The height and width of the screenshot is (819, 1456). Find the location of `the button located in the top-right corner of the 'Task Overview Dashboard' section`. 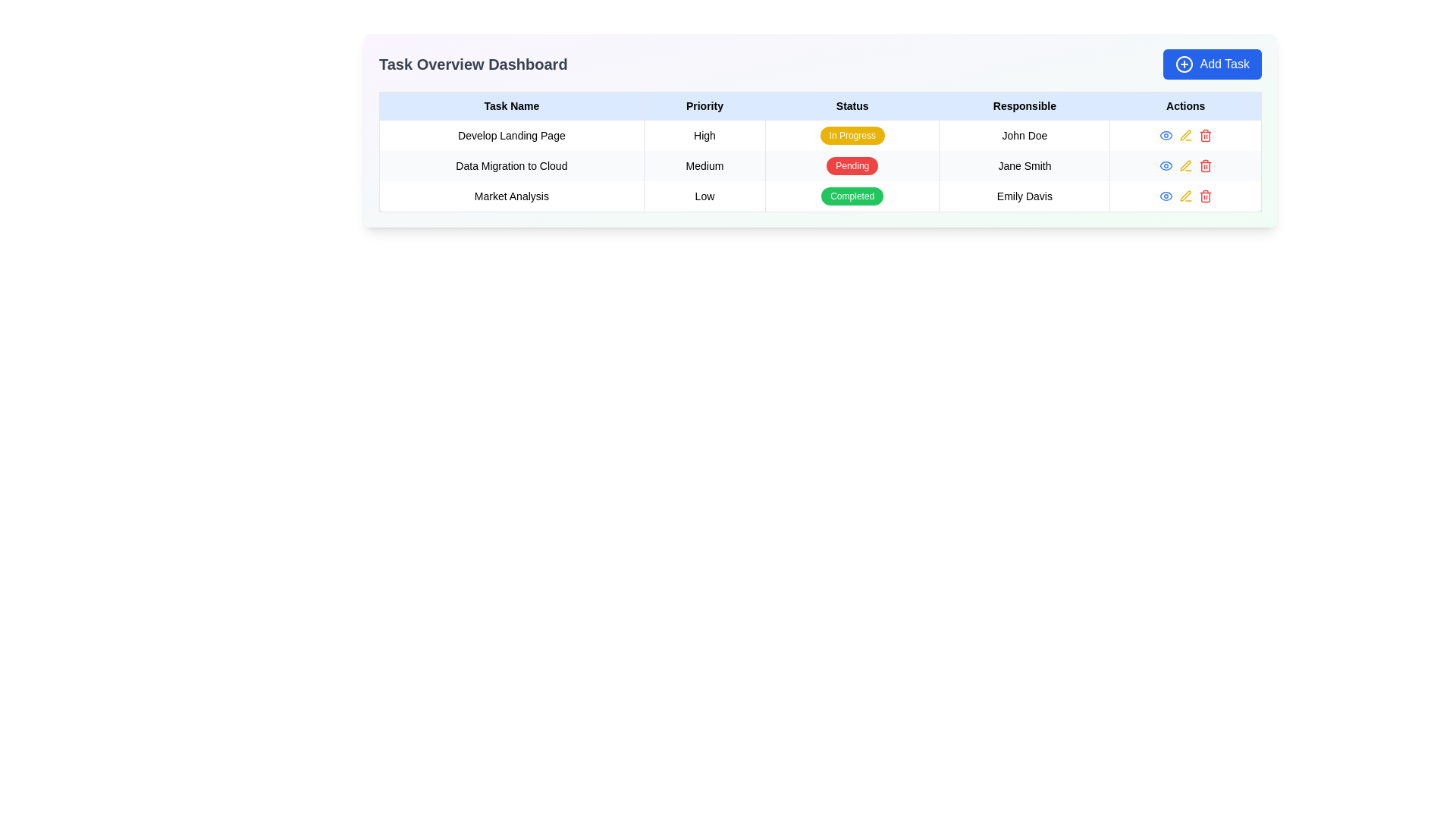

the button located in the top-right corner of the 'Task Overview Dashboard' section is located at coordinates (1211, 63).